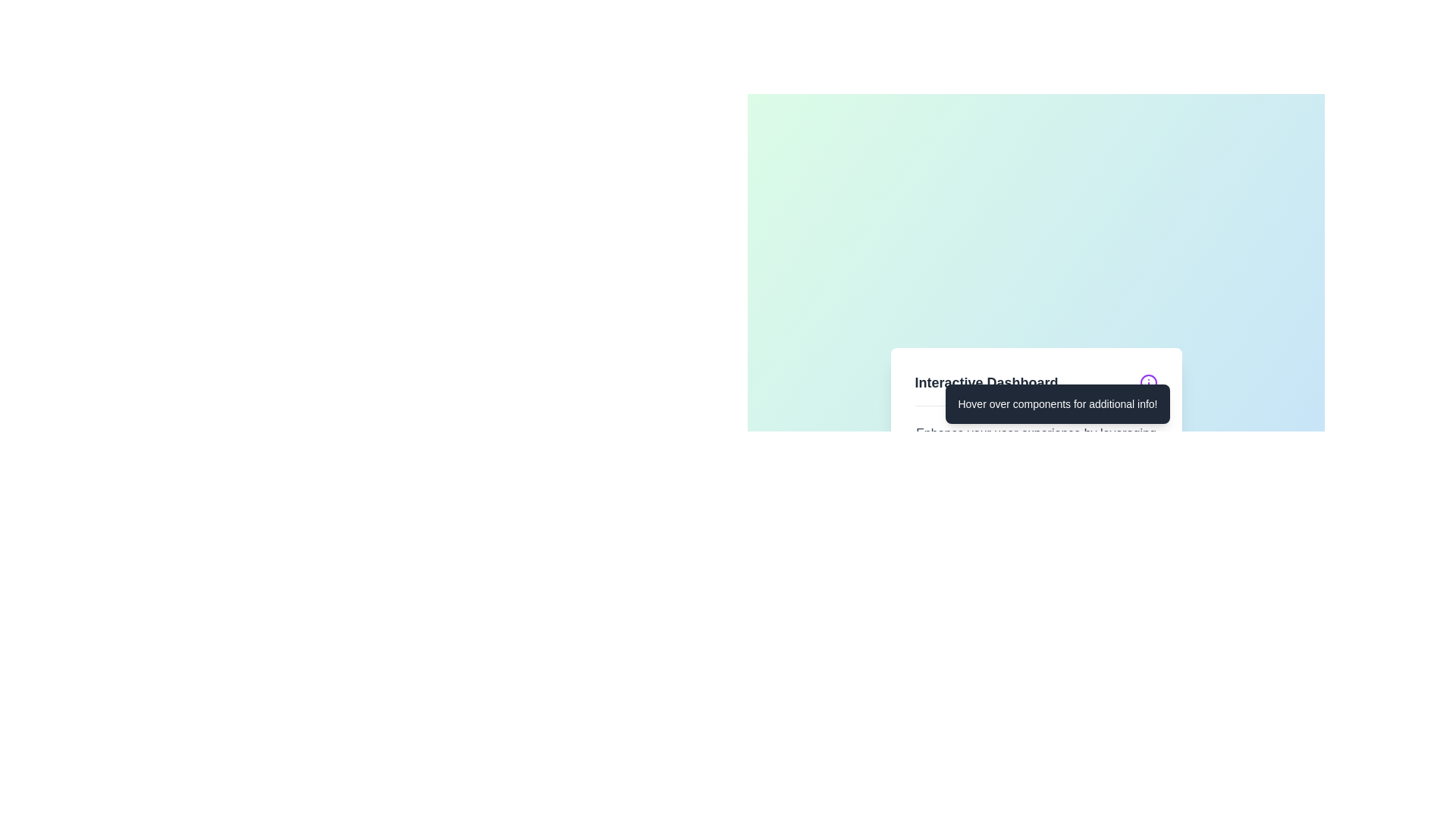 The width and height of the screenshot is (1456, 819). What do you see at coordinates (1148, 382) in the screenshot?
I see `the SVG circle that serves as the information icon located at the top-right edge of the tooltip-like popup` at bounding box center [1148, 382].